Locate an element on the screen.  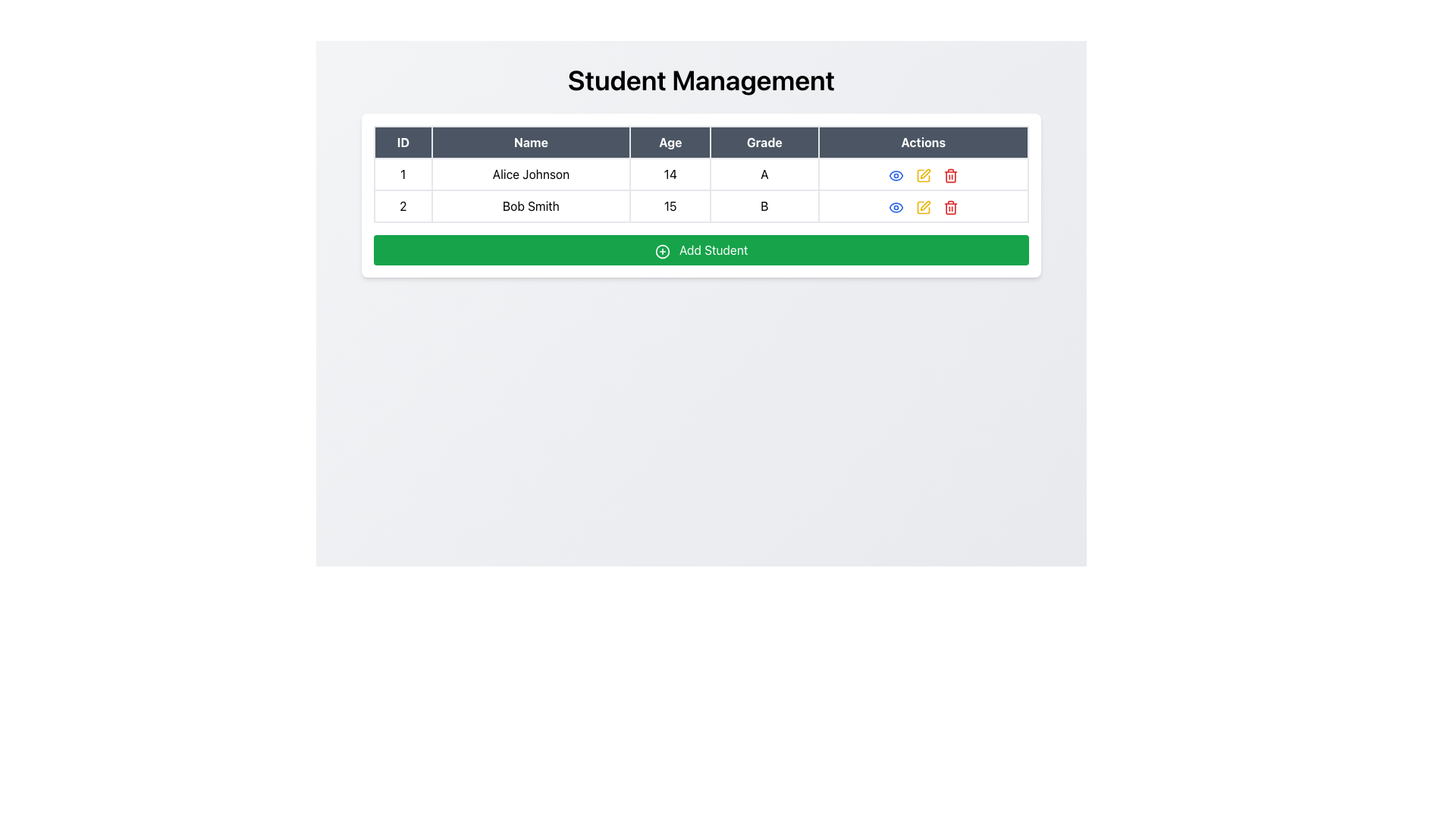
the edit icon button in the Actions column for the second row corresponding to the student Bob Smith to modify the student's details is located at coordinates (922, 174).